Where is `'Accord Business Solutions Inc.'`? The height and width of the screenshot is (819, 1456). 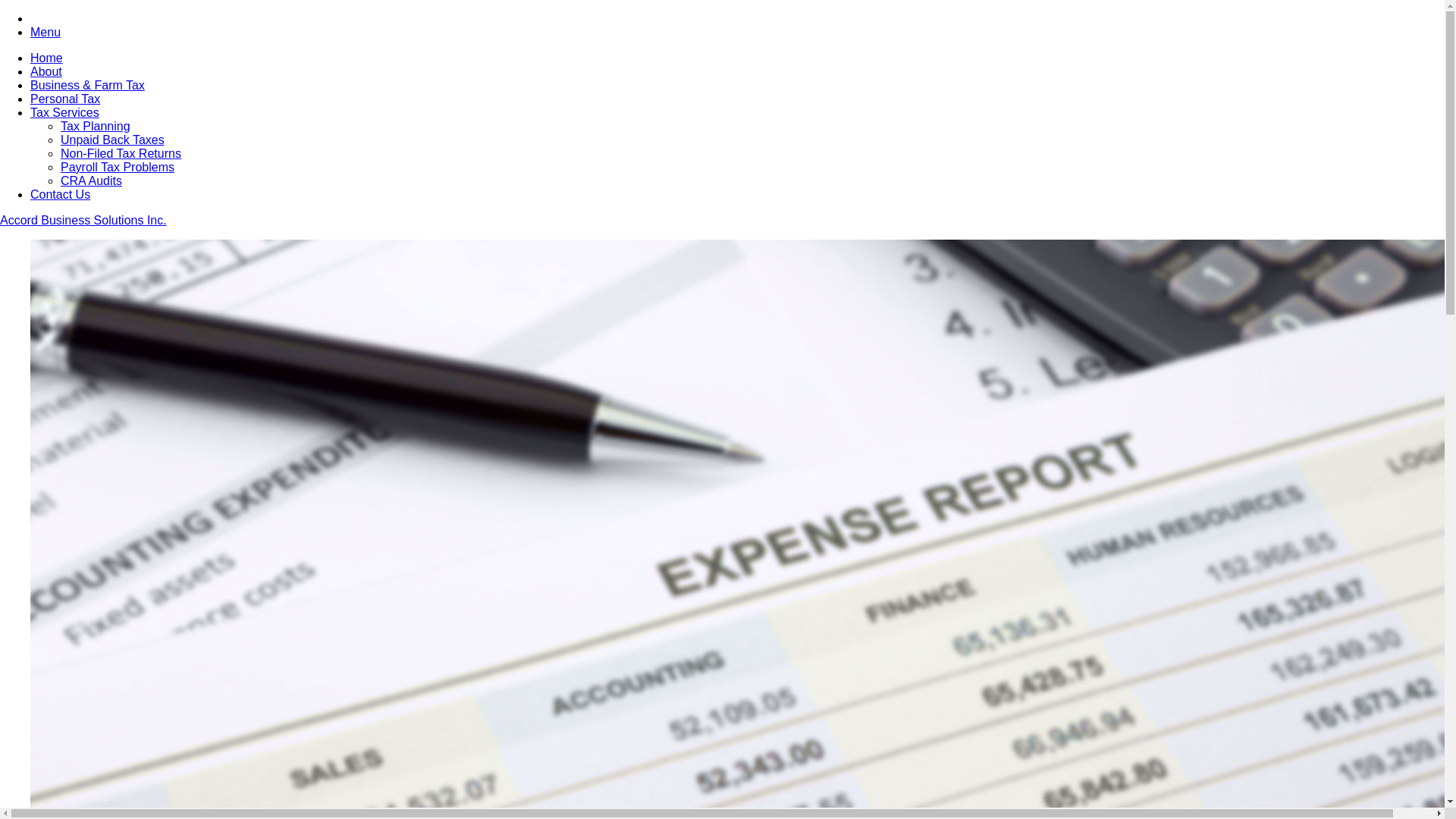 'Accord Business Solutions Inc.' is located at coordinates (0, 220).